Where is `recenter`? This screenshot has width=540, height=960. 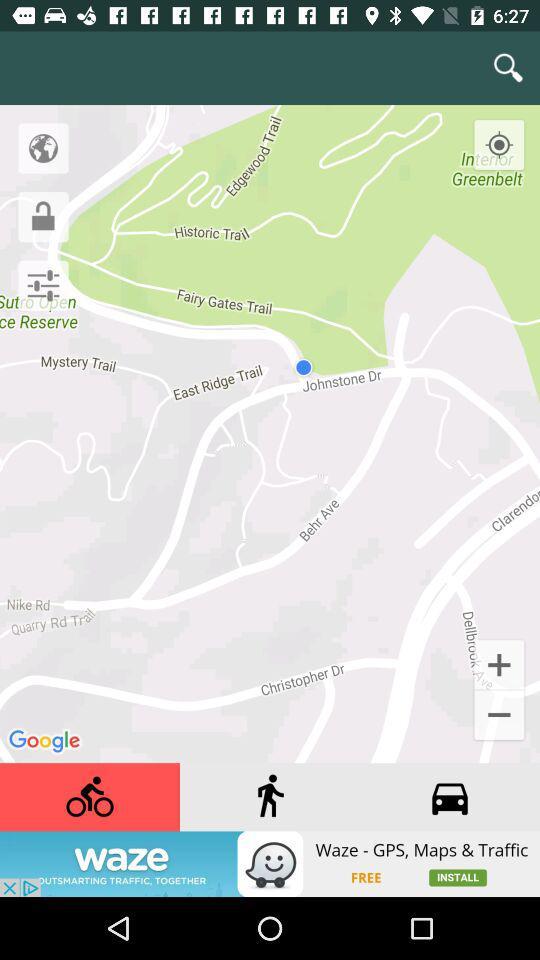 recenter is located at coordinates (516, 127).